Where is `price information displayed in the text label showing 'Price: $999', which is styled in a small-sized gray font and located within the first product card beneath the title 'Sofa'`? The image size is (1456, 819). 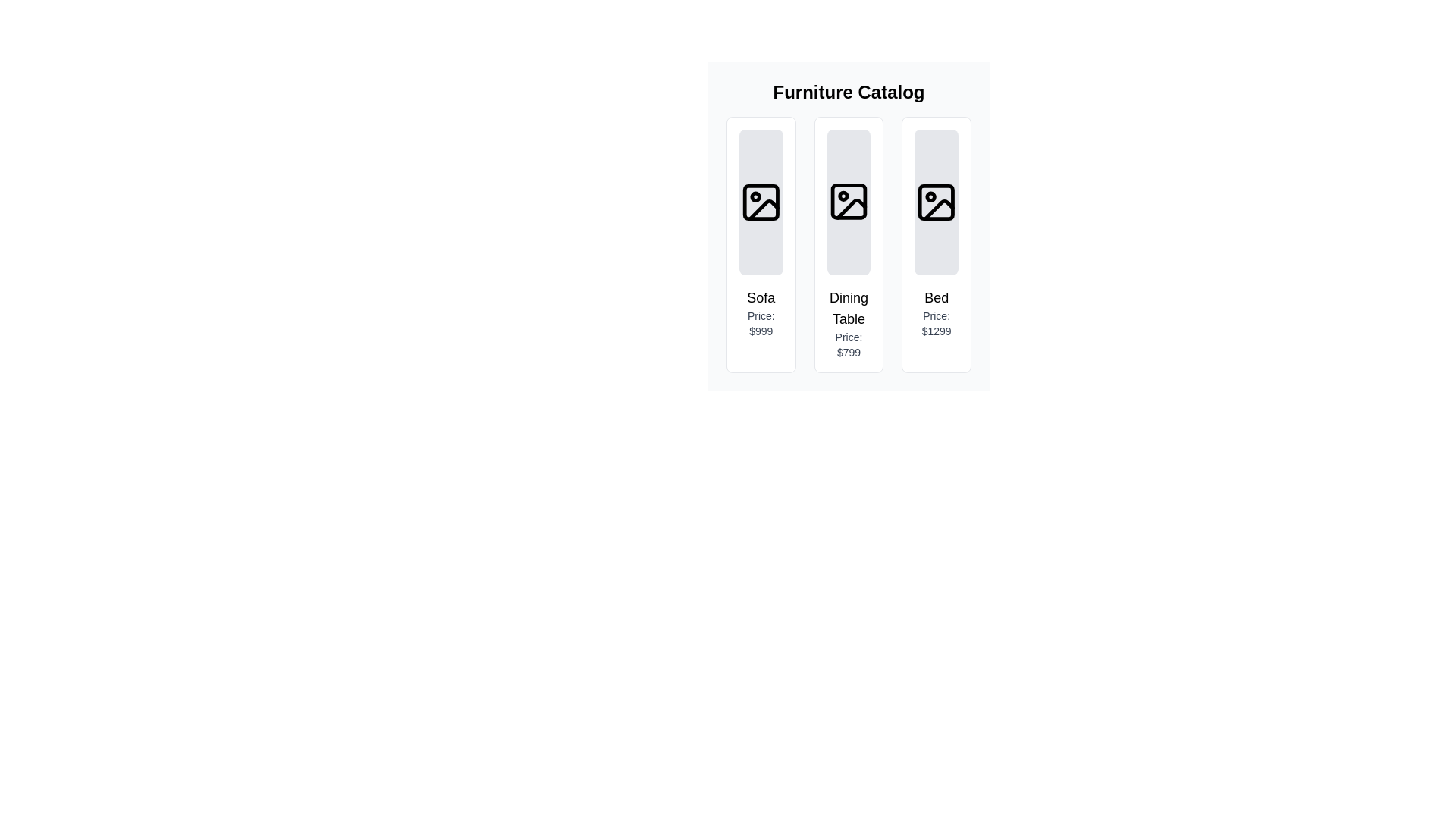 price information displayed in the text label showing 'Price: $999', which is styled in a small-sized gray font and located within the first product card beneath the title 'Sofa' is located at coordinates (761, 323).